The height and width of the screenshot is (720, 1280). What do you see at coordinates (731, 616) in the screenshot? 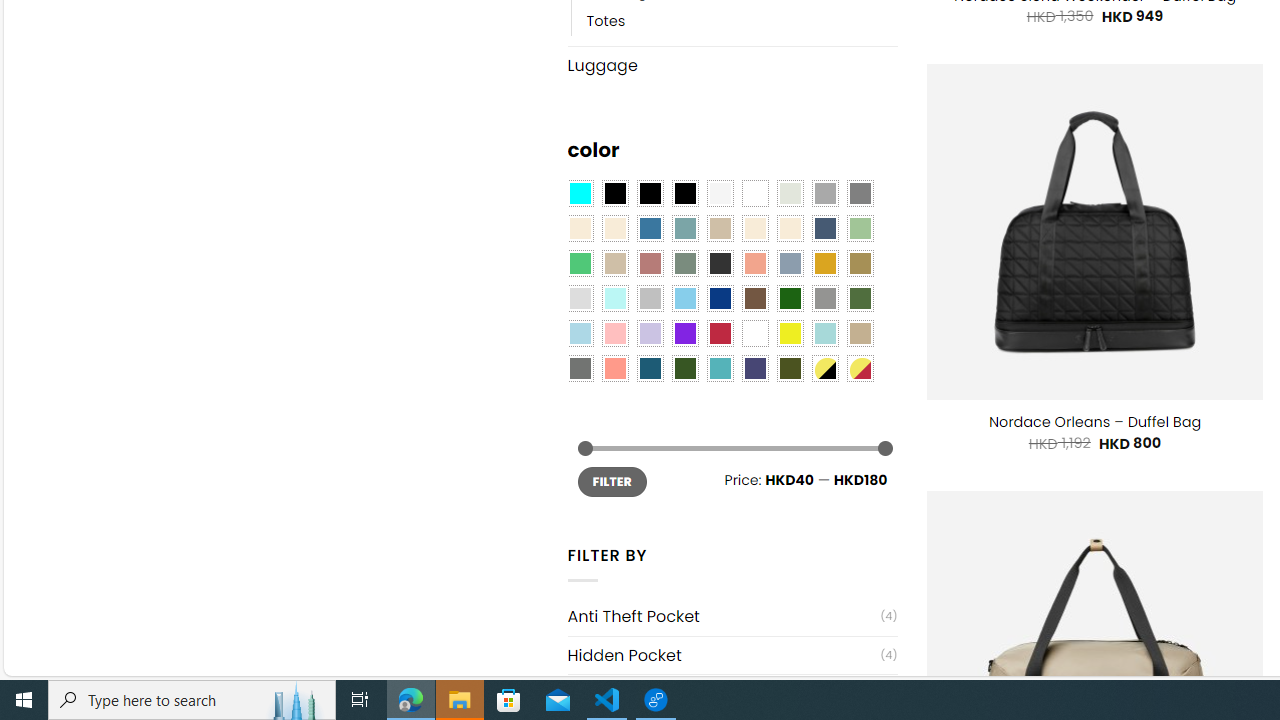
I see `'Anti Theft Pocket(4)'` at bounding box center [731, 616].